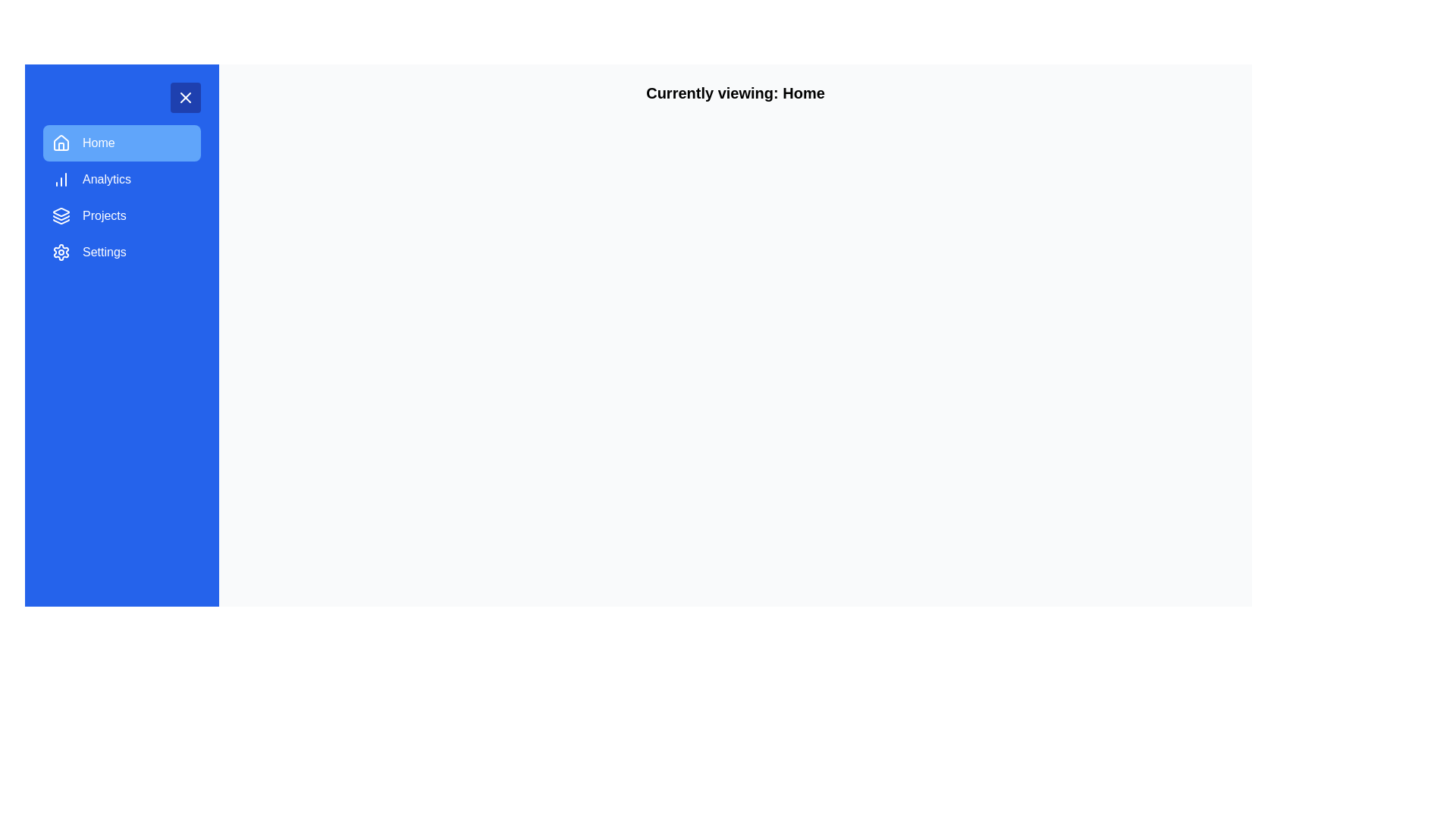 This screenshot has height=819, width=1456. What do you see at coordinates (61, 218) in the screenshot?
I see `the middle layer of the stacked icon representing the 'Projects' menu option` at bounding box center [61, 218].